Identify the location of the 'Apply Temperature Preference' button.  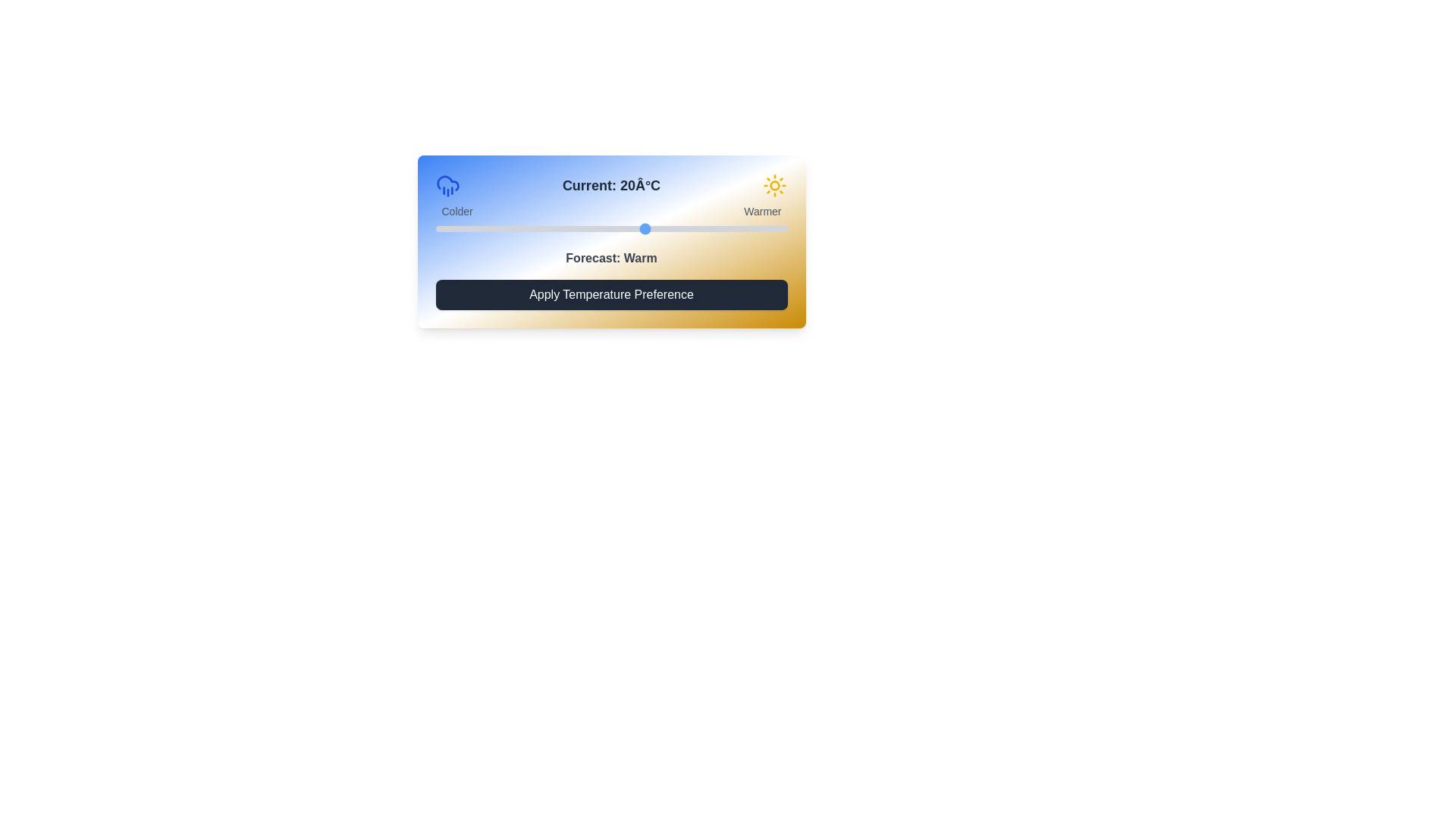
(611, 295).